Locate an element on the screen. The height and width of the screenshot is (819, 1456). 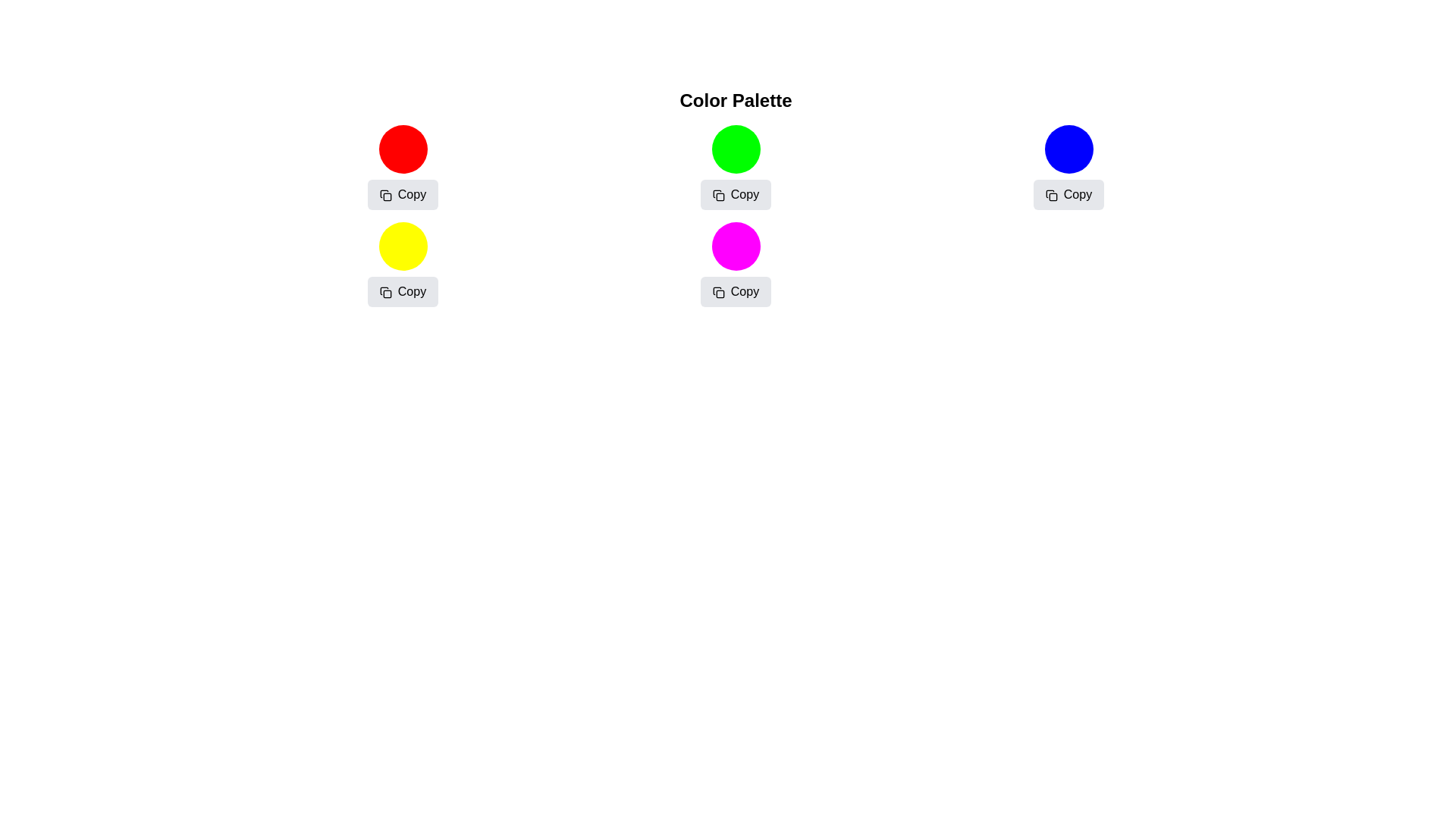
the SVG icon with a copy-symbol design located within the 'Copy' button in the blue section of the layout is located at coordinates (1050, 194).